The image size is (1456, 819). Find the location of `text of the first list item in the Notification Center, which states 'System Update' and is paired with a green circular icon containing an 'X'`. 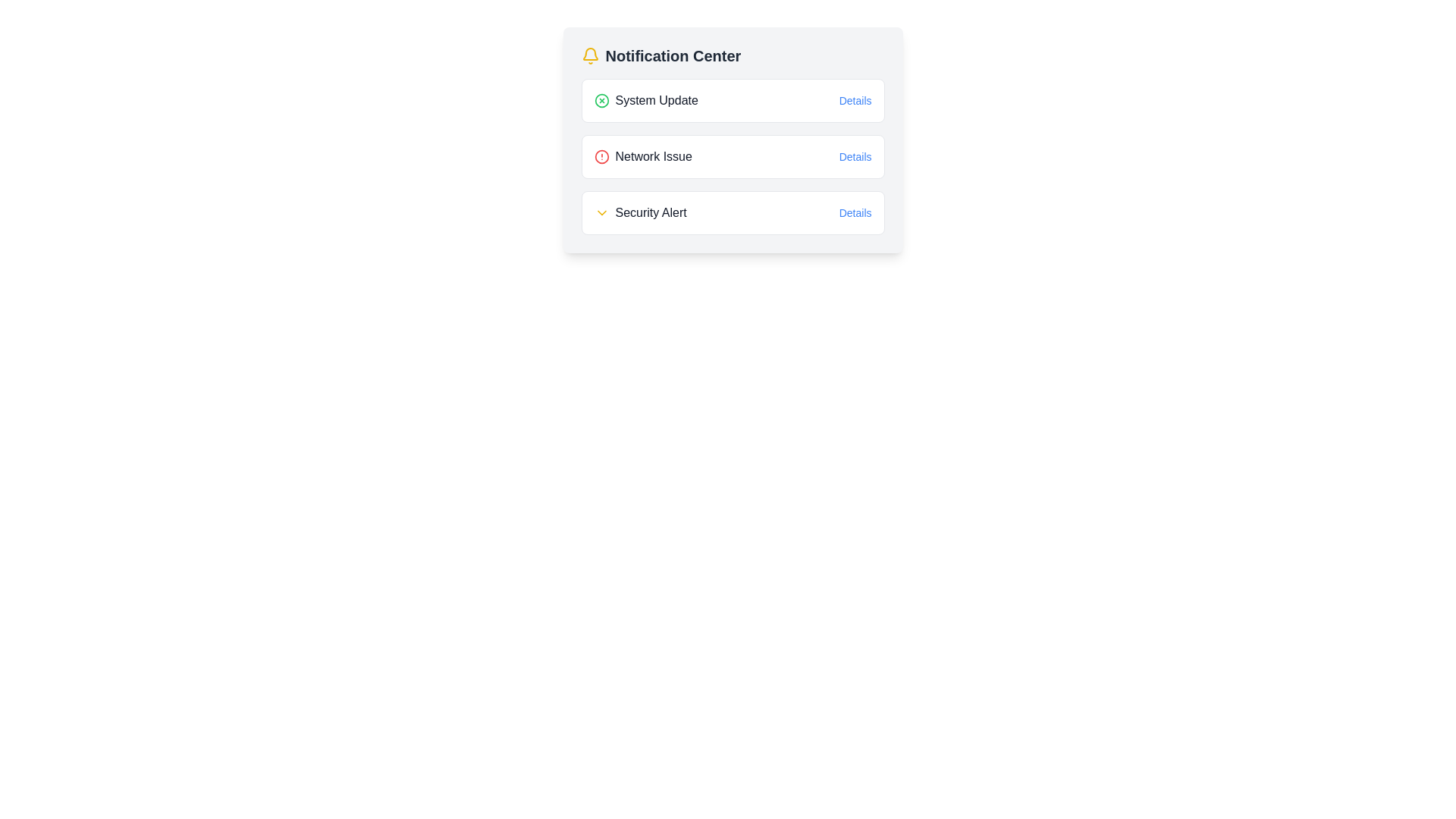

text of the first list item in the Notification Center, which states 'System Update' and is paired with a green circular icon containing an 'X' is located at coordinates (646, 100).